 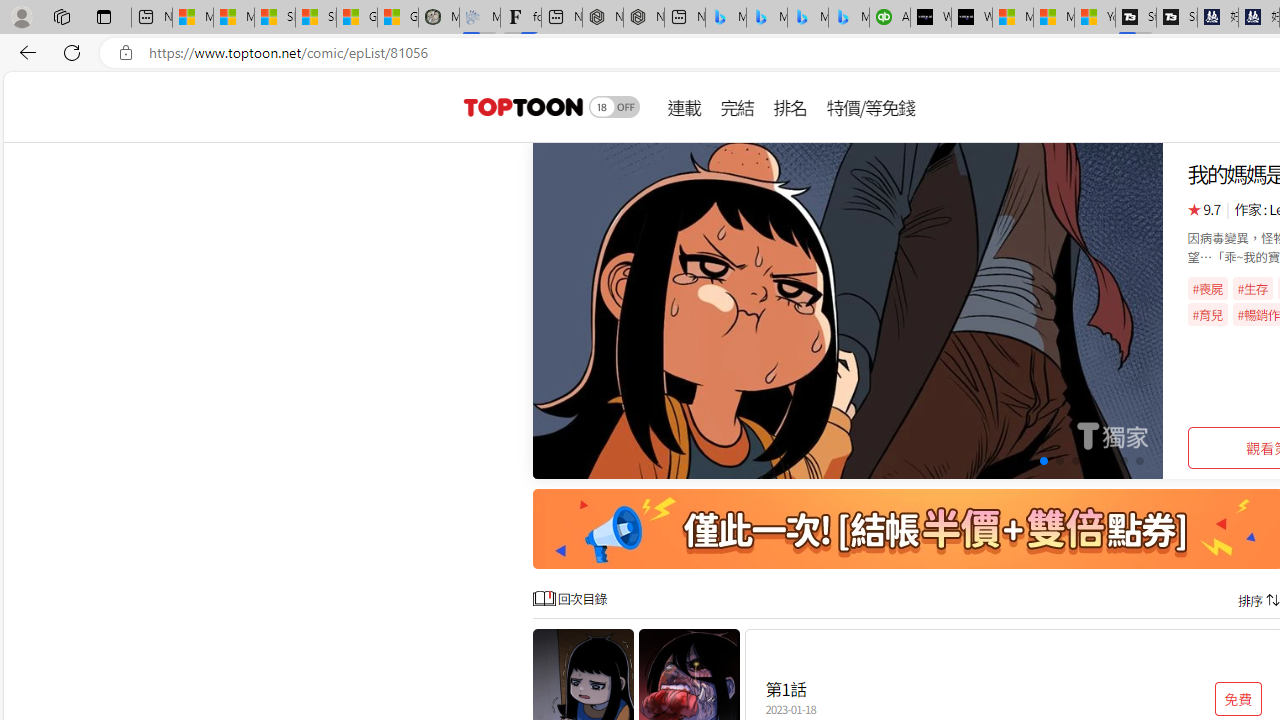 I want to click on 'Go to slide 5', so click(x=1058, y=461).